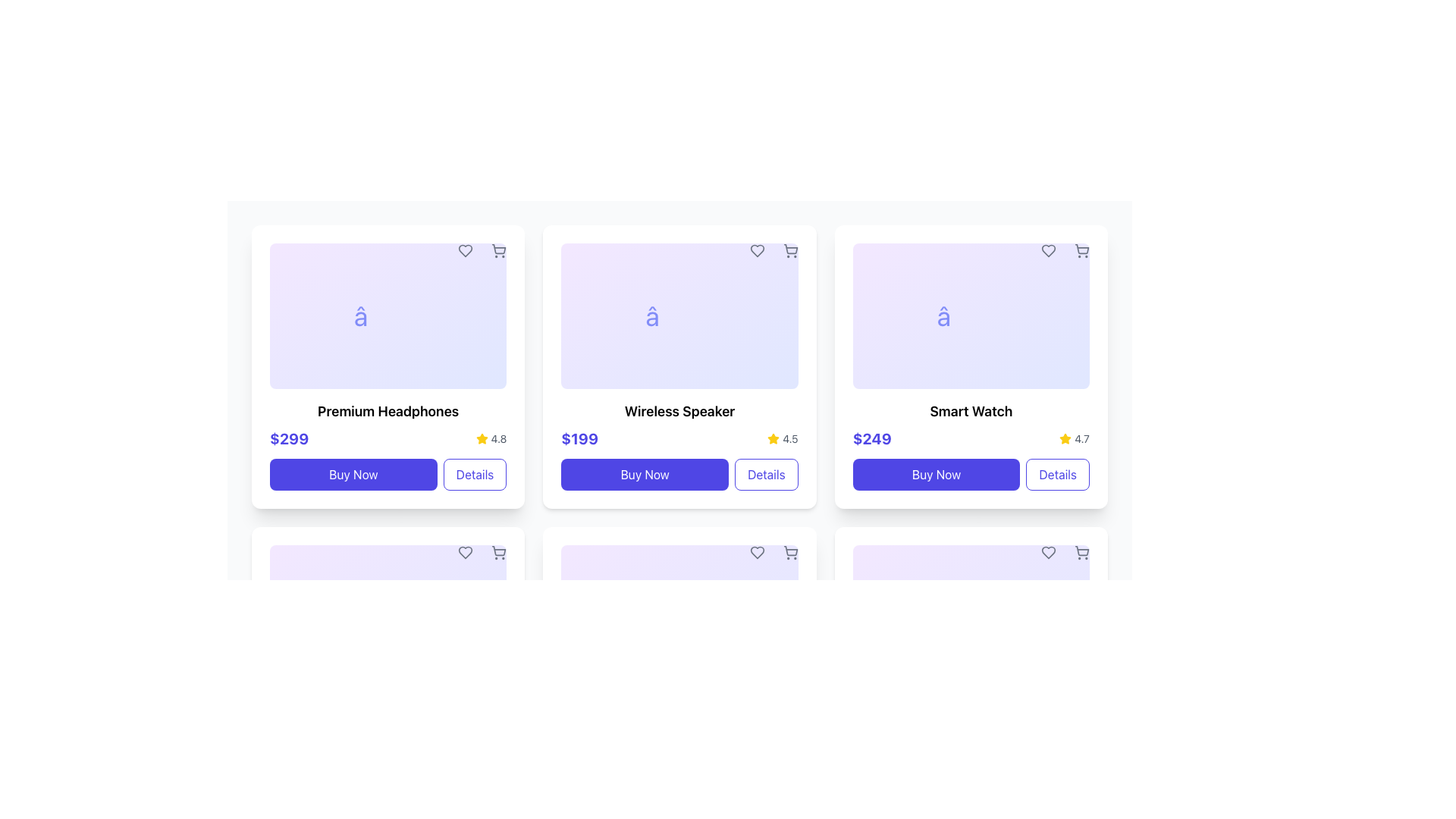  I want to click on the heart-shaped button with a gray outline at the top-right corner of the 'Premium Headphones' card to favorite the item, so click(465, 250).